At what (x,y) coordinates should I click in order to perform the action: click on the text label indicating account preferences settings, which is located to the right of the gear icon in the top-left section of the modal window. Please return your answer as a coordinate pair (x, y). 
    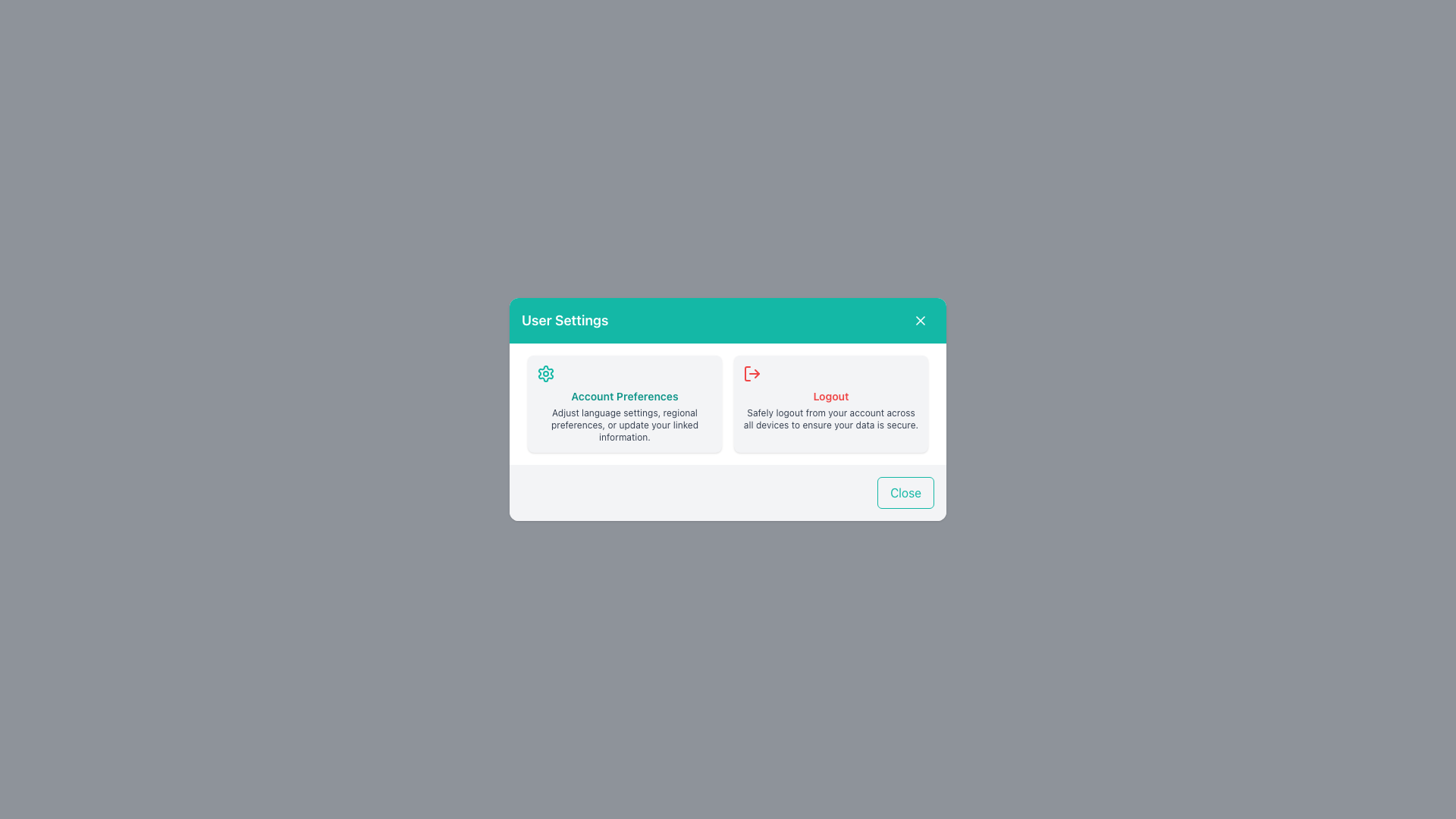
    Looking at the image, I should click on (625, 396).